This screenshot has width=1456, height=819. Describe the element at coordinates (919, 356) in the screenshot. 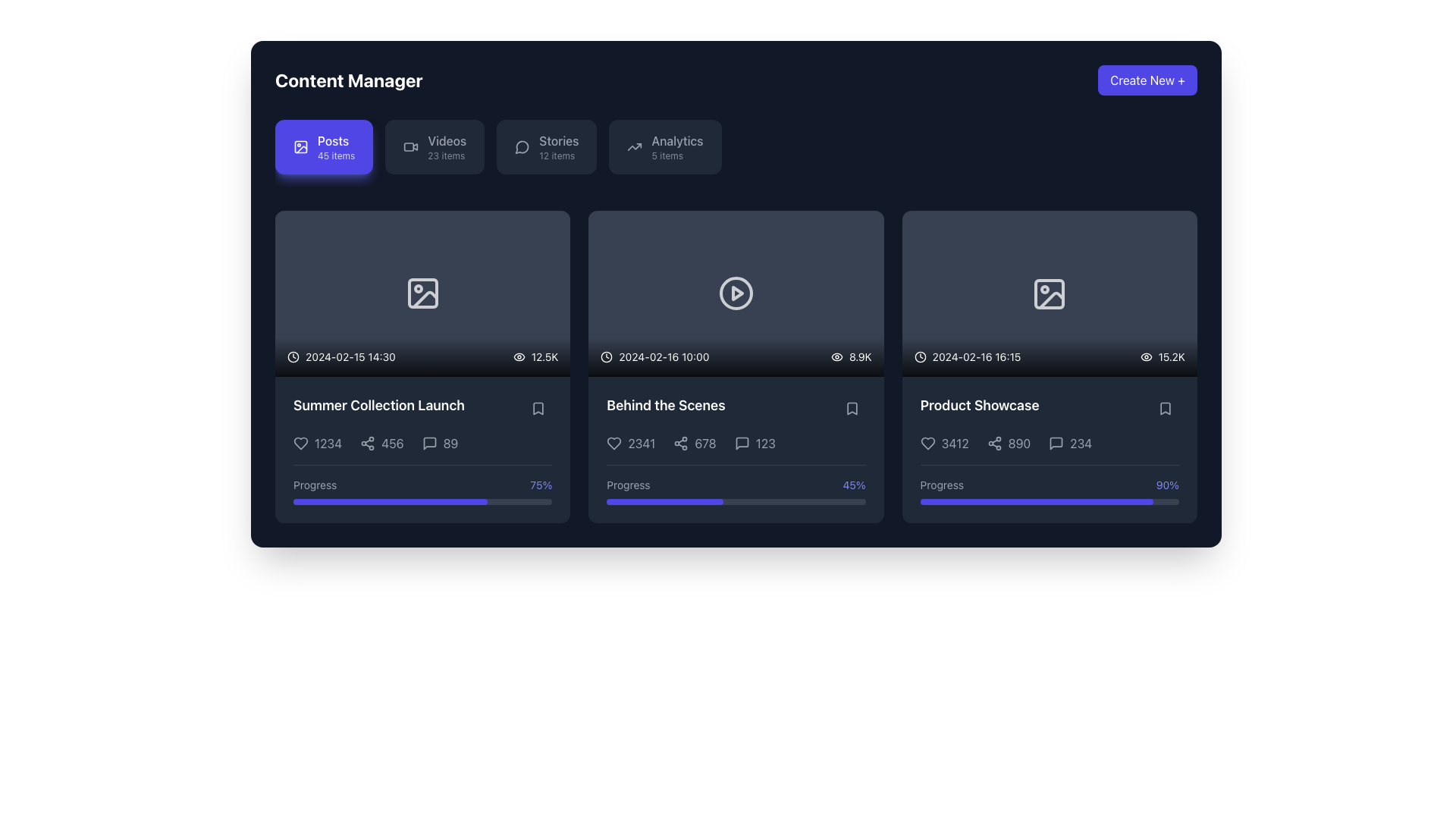

I see `the SVG Circle within the clock icon, which is located adjacent to the timestamp under the 'Product Showcase' card` at that location.